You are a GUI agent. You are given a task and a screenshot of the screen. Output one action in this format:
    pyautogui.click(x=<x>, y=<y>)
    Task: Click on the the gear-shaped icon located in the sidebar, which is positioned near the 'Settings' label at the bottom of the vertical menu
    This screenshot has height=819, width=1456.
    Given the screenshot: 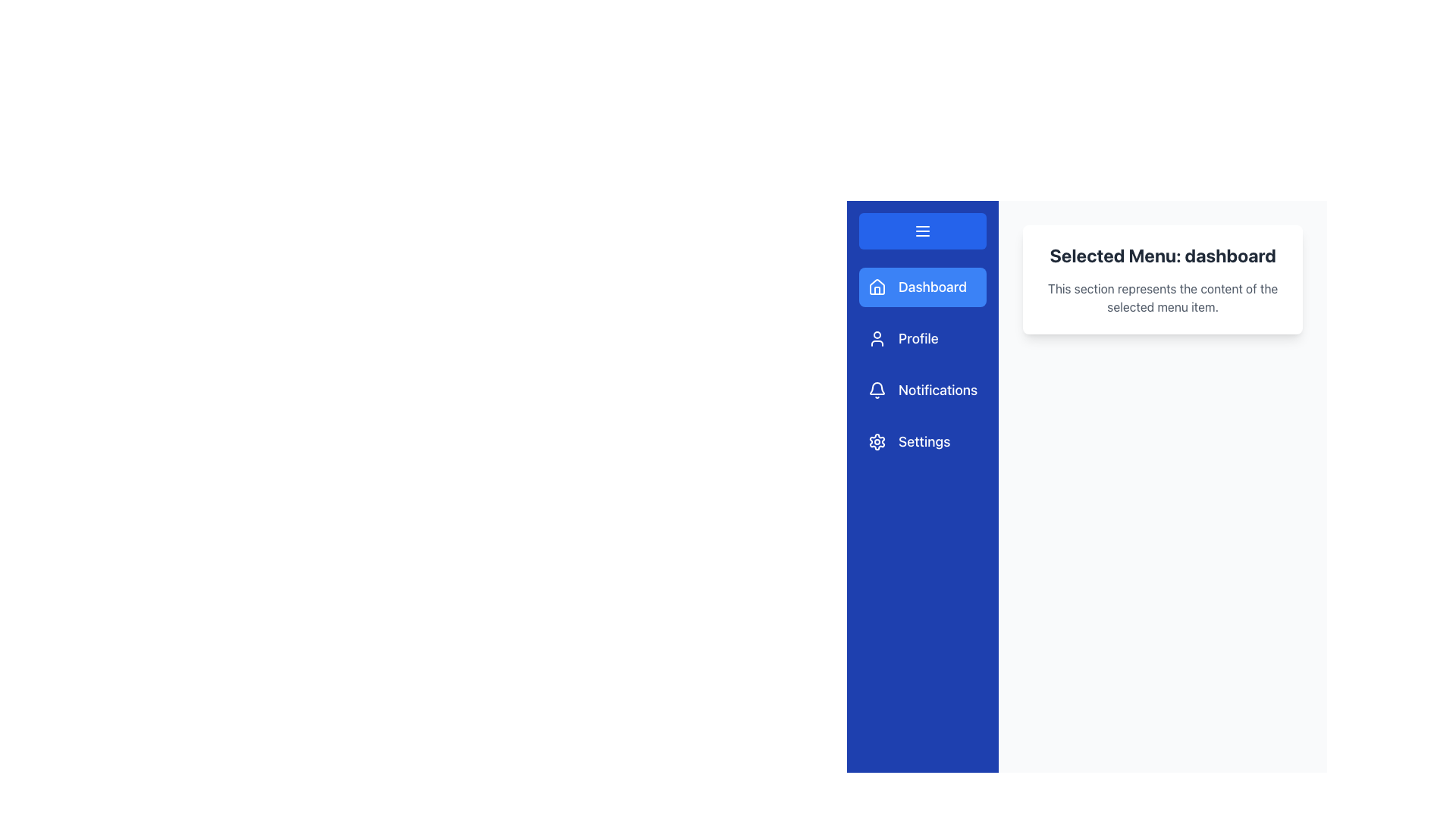 What is the action you would take?
    pyautogui.click(x=877, y=441)
    